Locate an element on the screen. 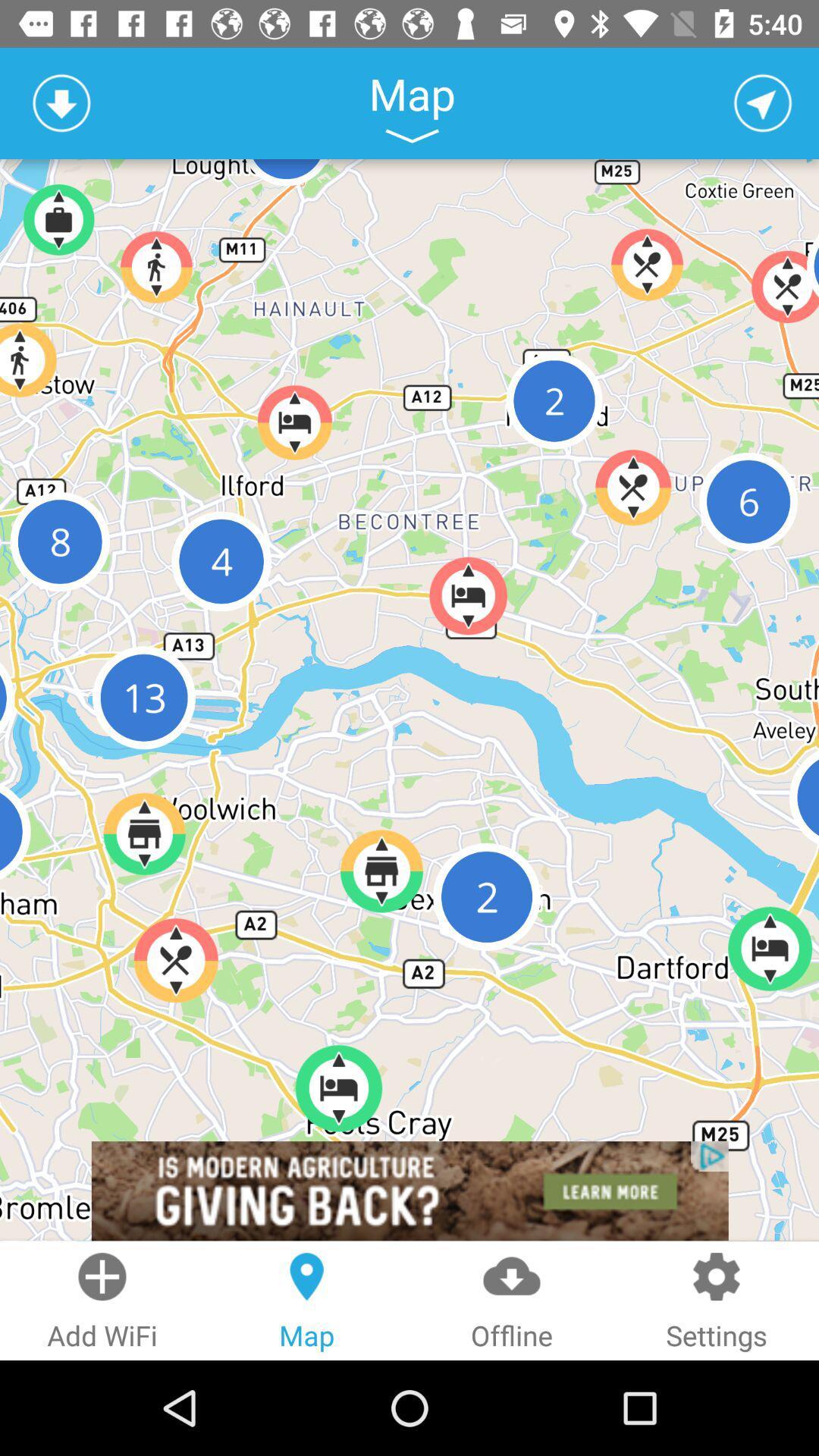  download map is located at coordinates (61, 102).